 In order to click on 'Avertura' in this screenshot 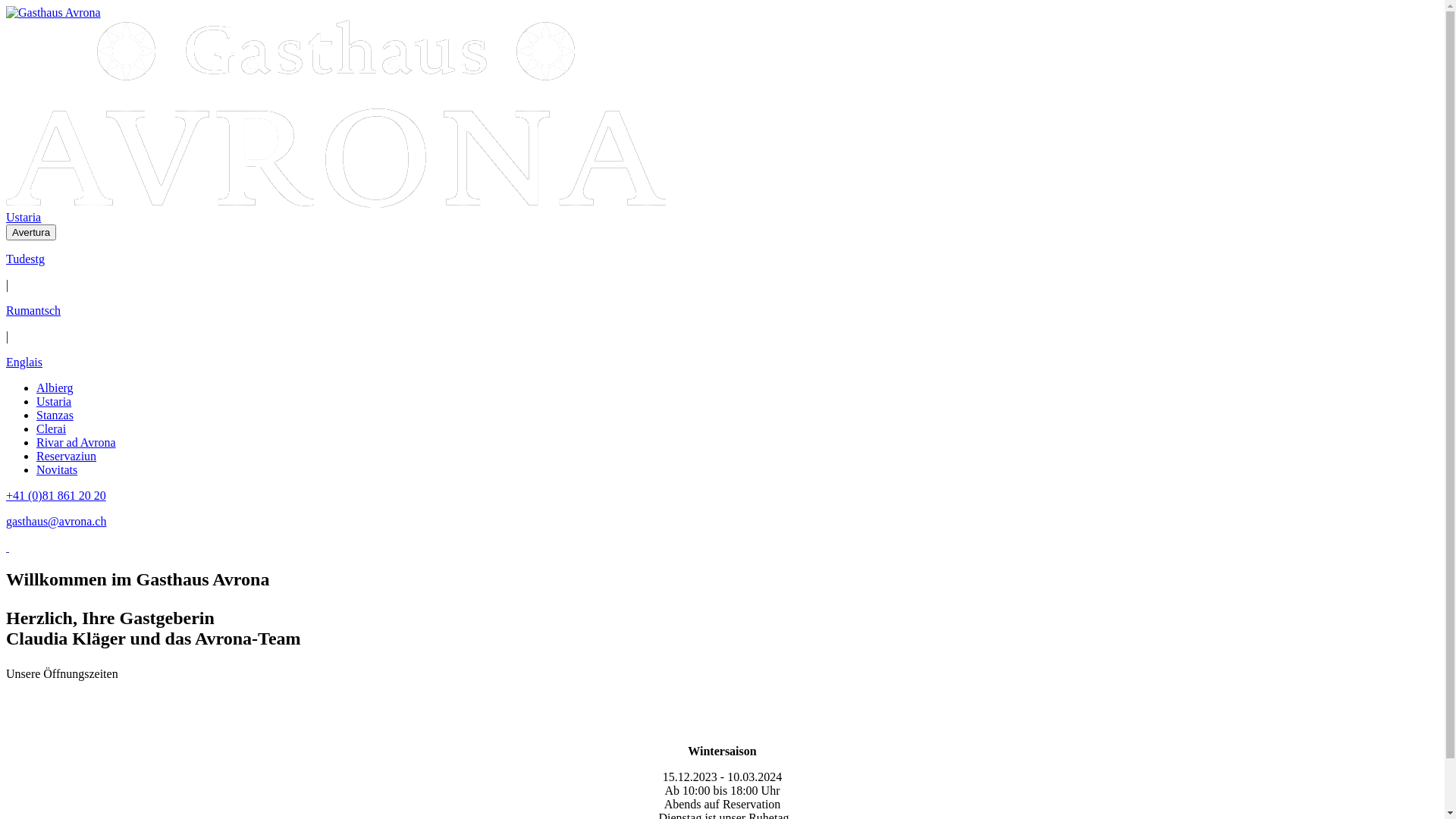, I will do `click(31, 232)`.